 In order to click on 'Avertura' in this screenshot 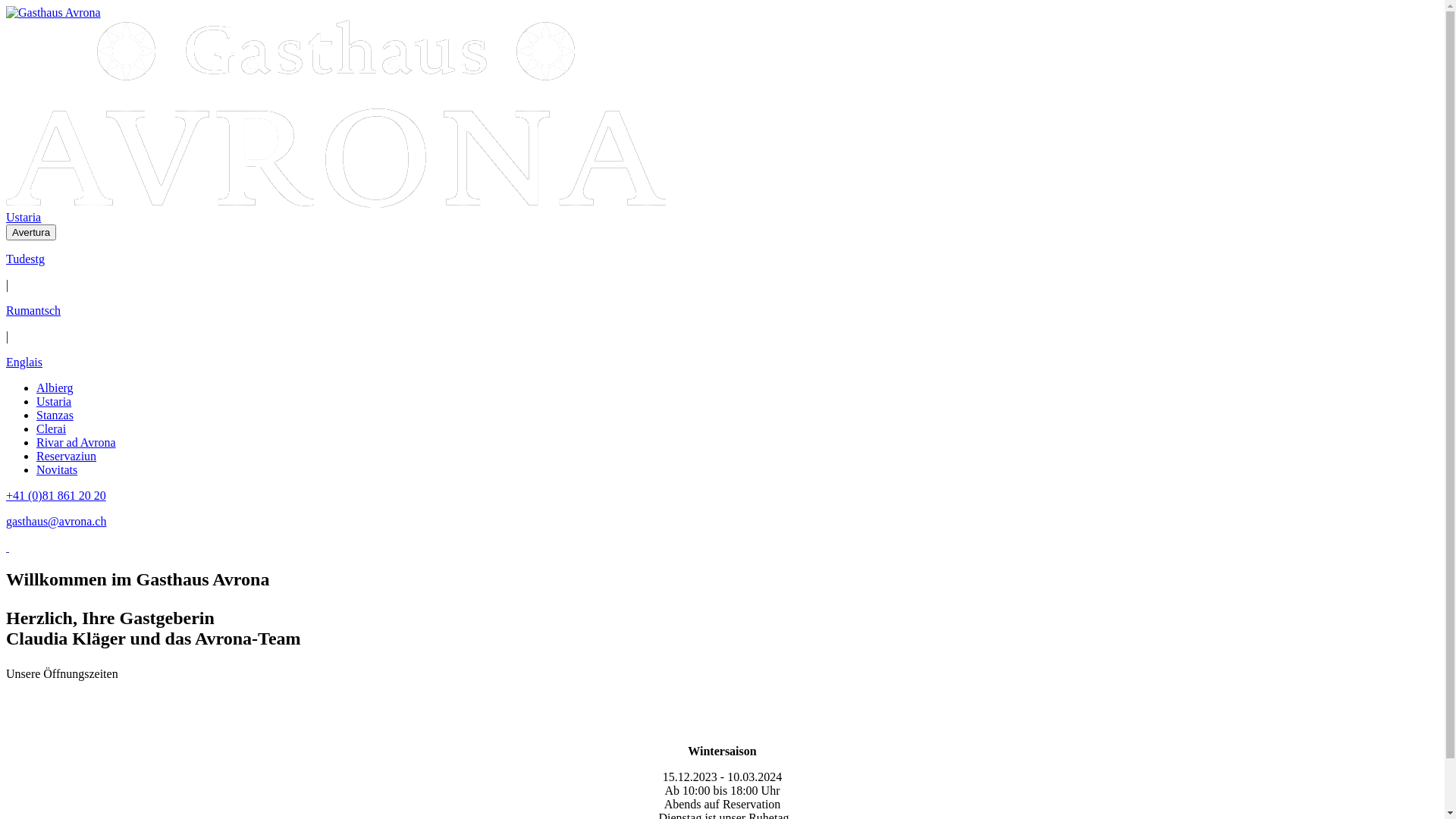, I will do `click(31, 232)`.